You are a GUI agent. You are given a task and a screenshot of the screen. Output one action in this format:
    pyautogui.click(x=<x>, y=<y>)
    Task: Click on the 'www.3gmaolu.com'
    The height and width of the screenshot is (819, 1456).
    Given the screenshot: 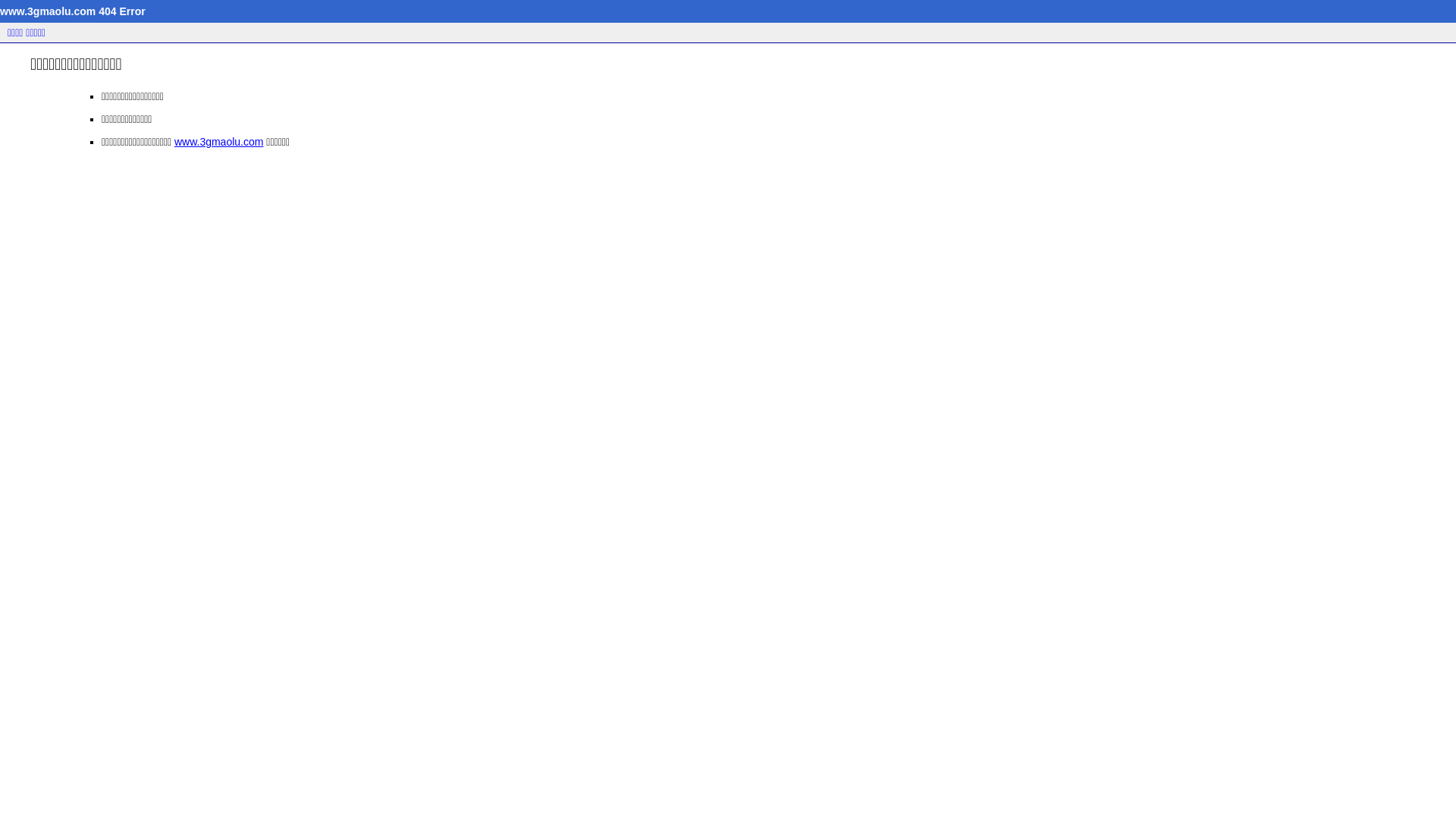 What is the action you would take?
    pyautogui.click(x=218, y=141)
    